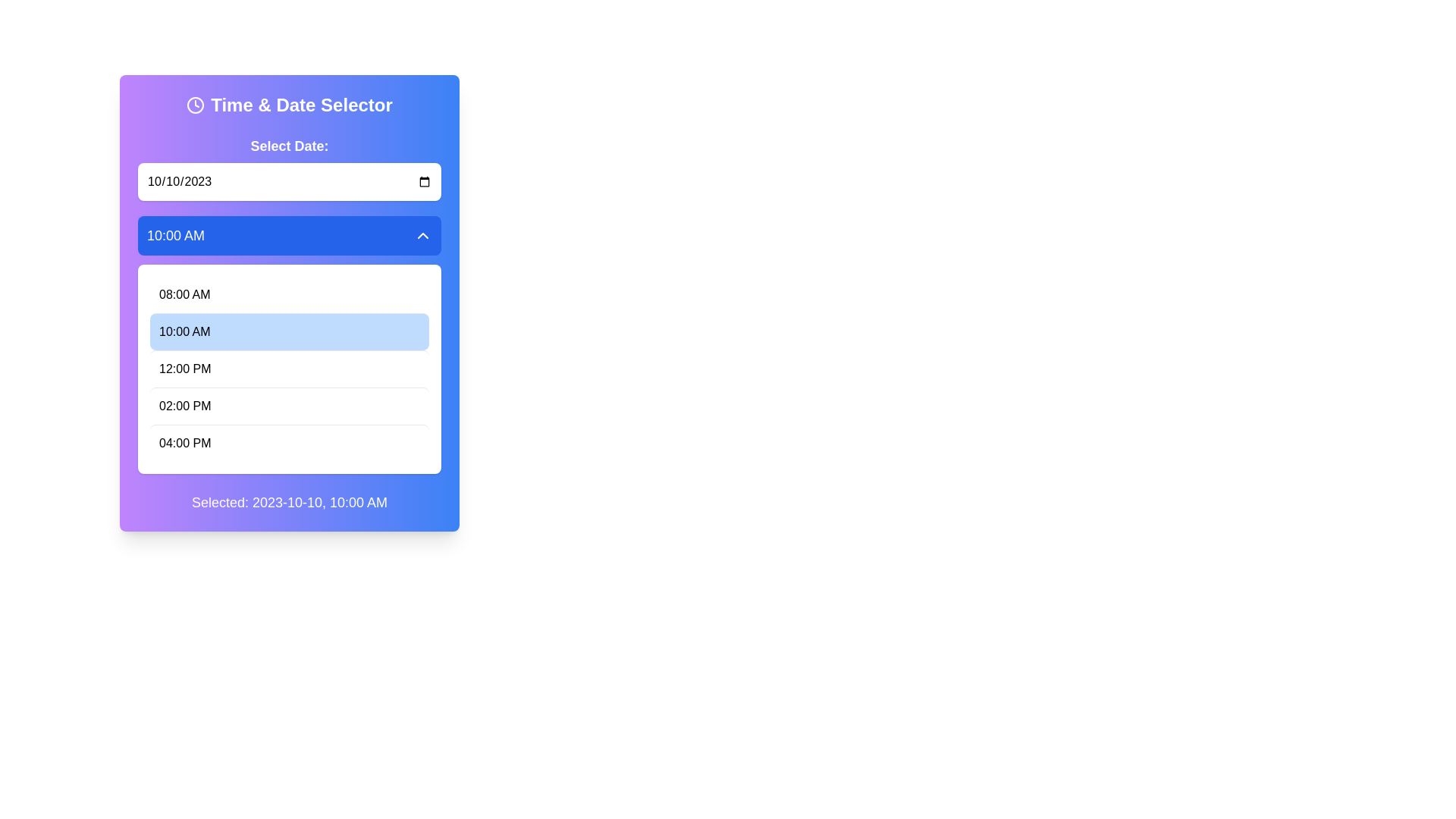  What do you see at coordinates (175, 236) in the screenshot?
I see `the static text display showing '10:00 AM' in white font against a blue background within the 'Select Date' dropdown` at bounding box center [175, 236].